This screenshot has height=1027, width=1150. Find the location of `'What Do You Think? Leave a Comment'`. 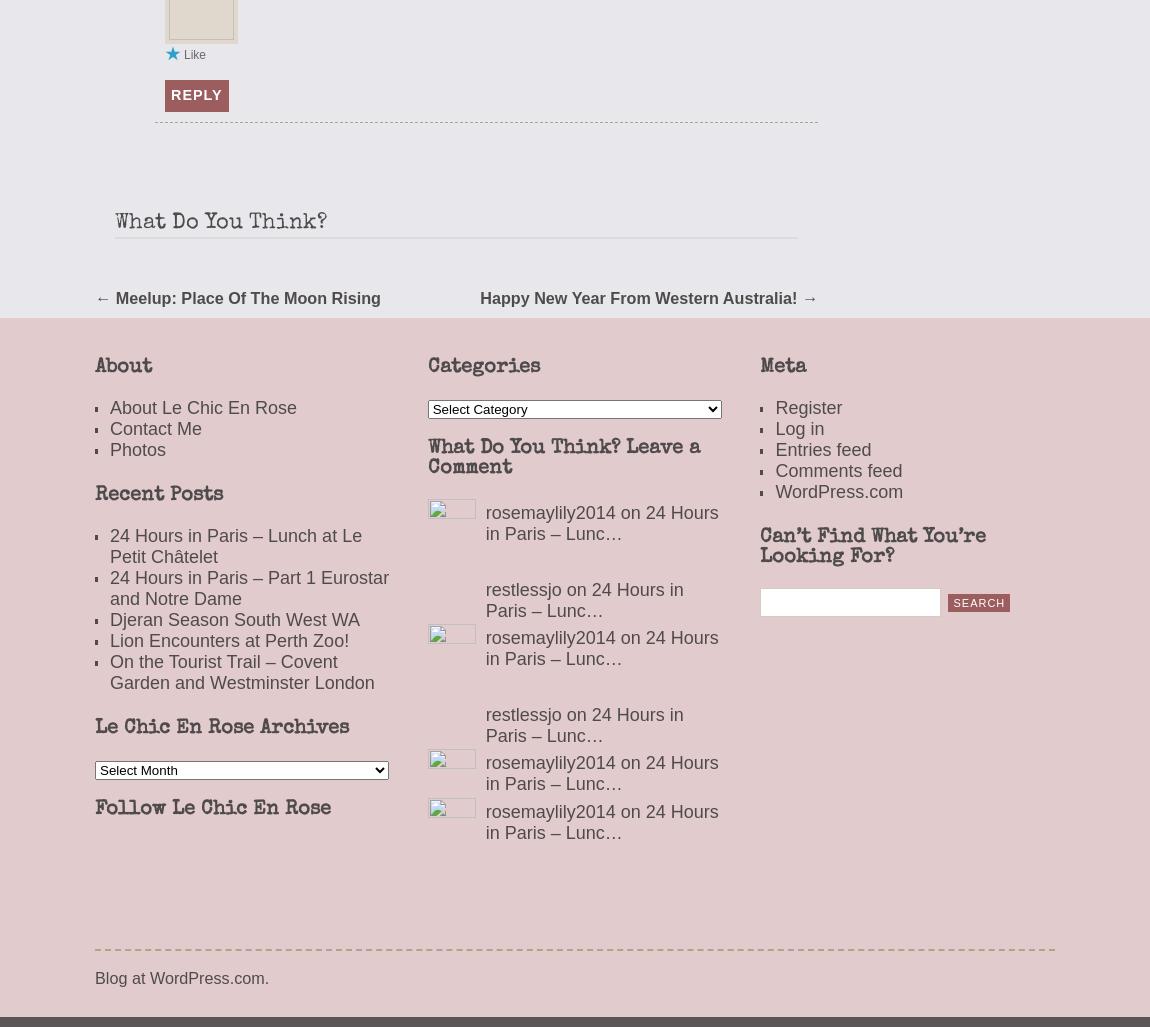

'What Do You Think? Leave a Comment' is located at coordinates (426, 458).